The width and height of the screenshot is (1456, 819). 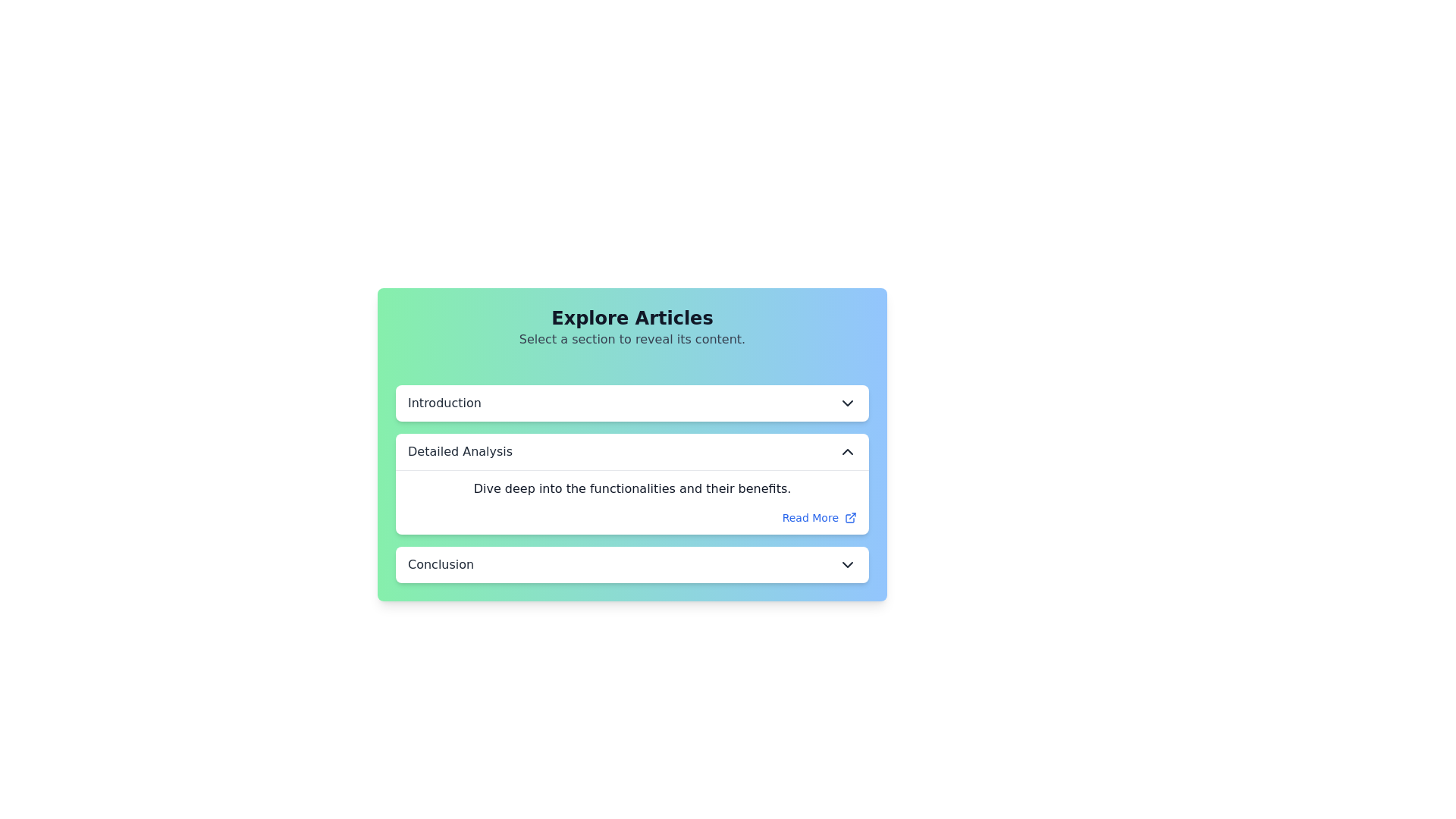 I want to click on the navigational text located at the bottom-right of the 'Detailed Analysis' section, so click(x=809, y=516).